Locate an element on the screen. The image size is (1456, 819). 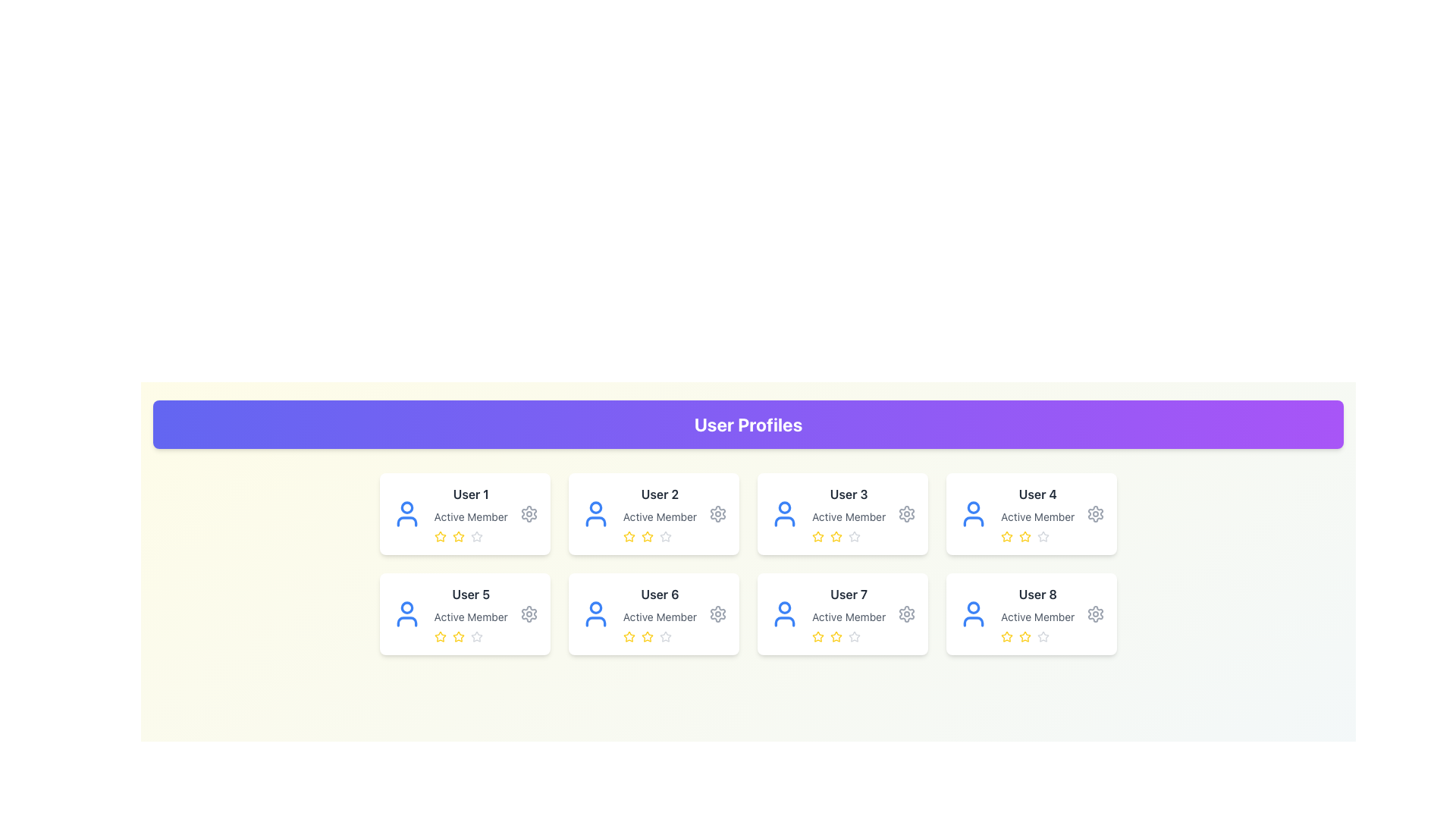
the settings cogwheel icon located in the top-right corner of the 'User 4' profile card is located at coordinates (1096, 513).